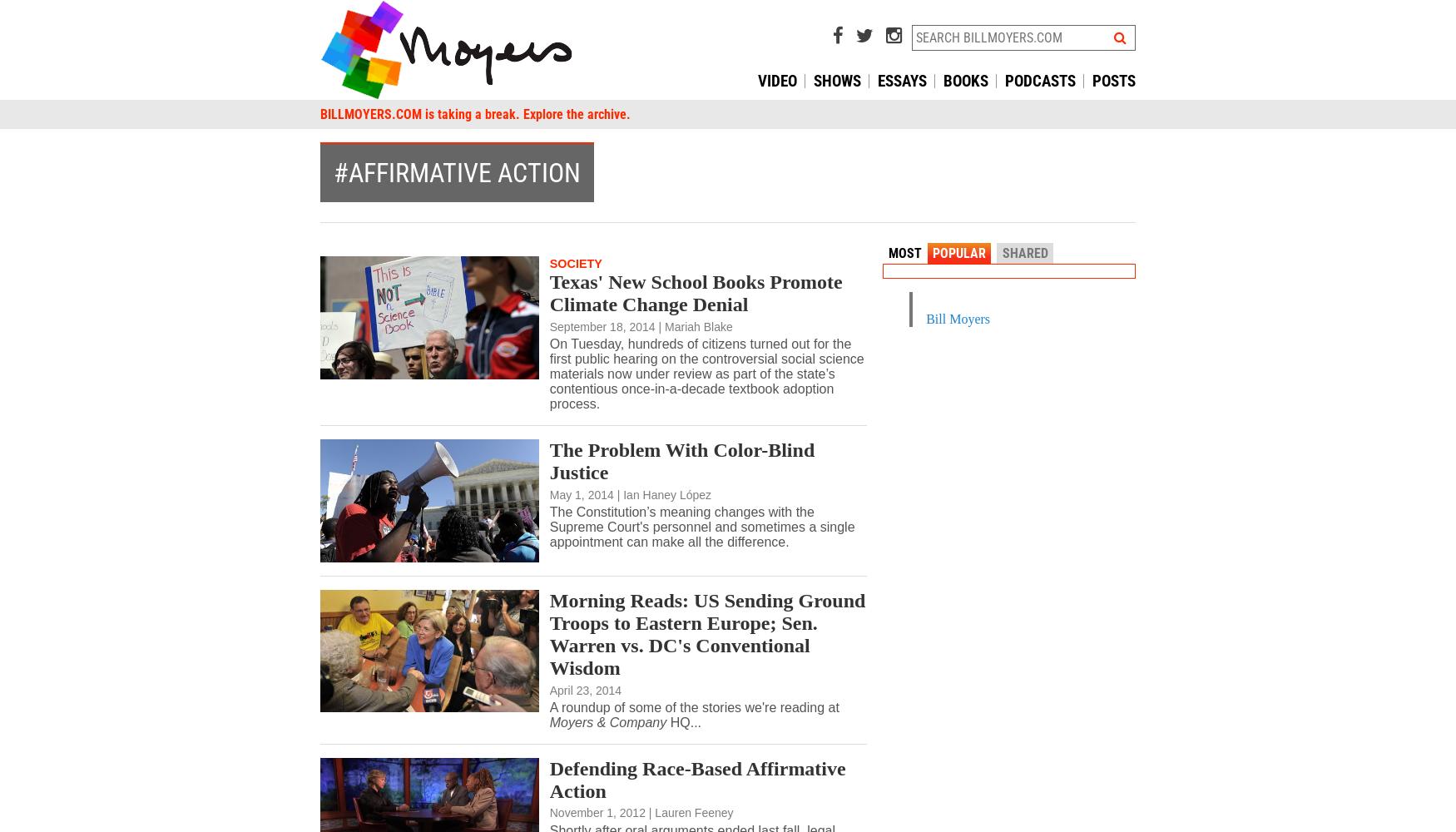  What do you see at coordinates (695, 326) in the screenshot?
I see `'| Mariah Blake'` at bounding box center [695, 326].